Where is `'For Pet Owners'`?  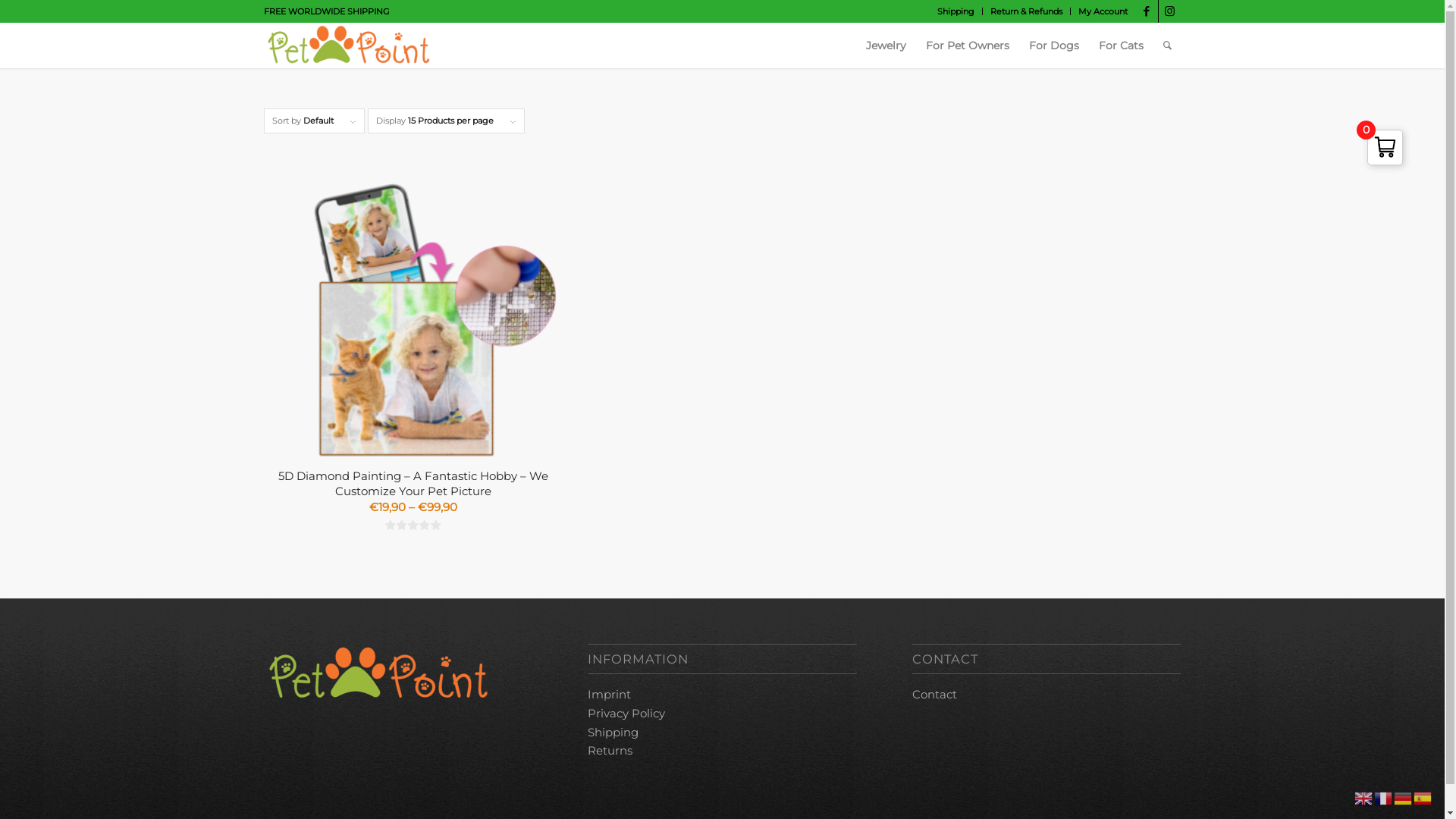 'For Pet Owners' is located at coordinates (967, 45).